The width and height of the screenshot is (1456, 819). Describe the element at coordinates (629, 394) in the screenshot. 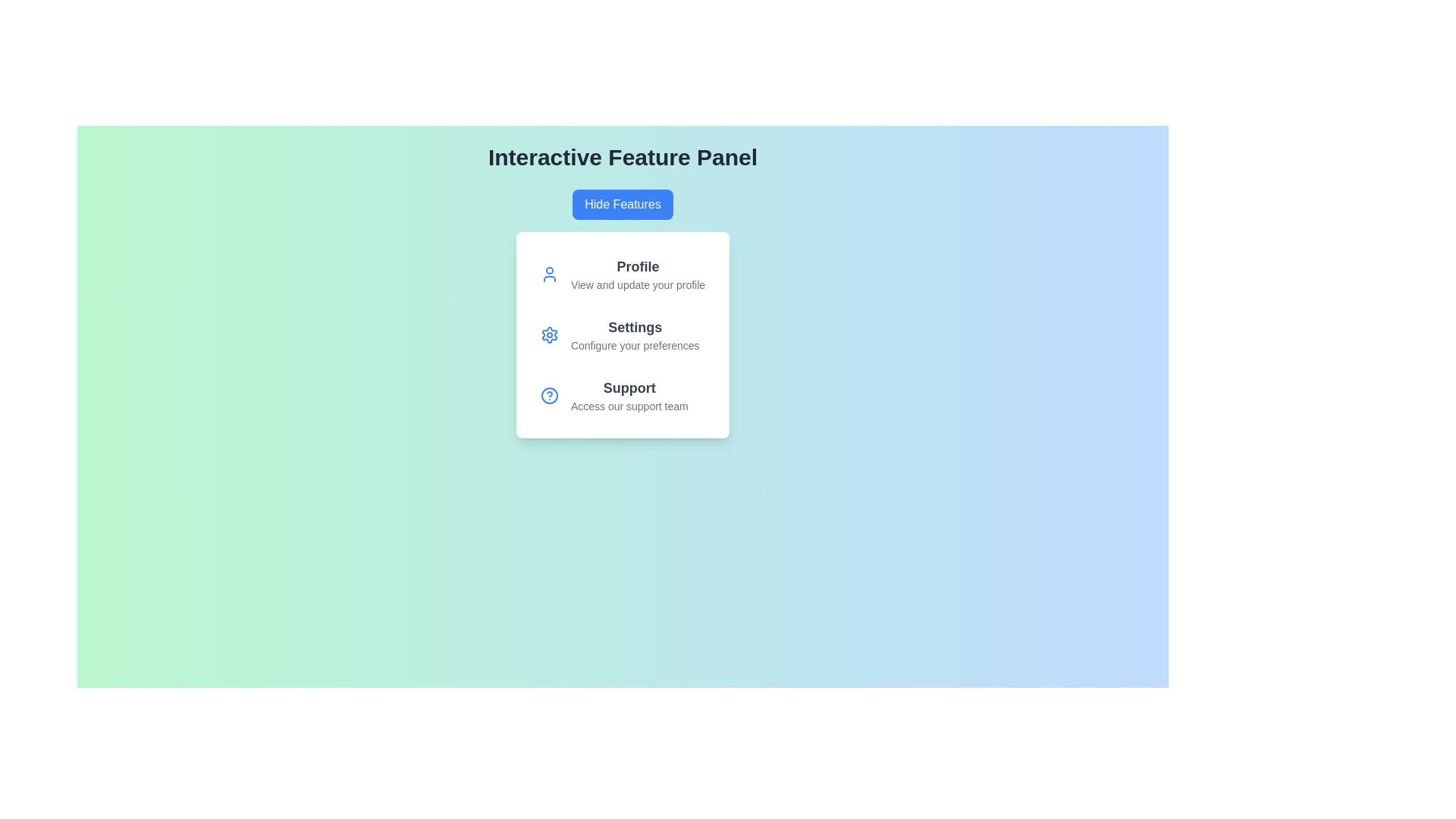

I see `the 'Support' item in the menu to access support resources` at that location.